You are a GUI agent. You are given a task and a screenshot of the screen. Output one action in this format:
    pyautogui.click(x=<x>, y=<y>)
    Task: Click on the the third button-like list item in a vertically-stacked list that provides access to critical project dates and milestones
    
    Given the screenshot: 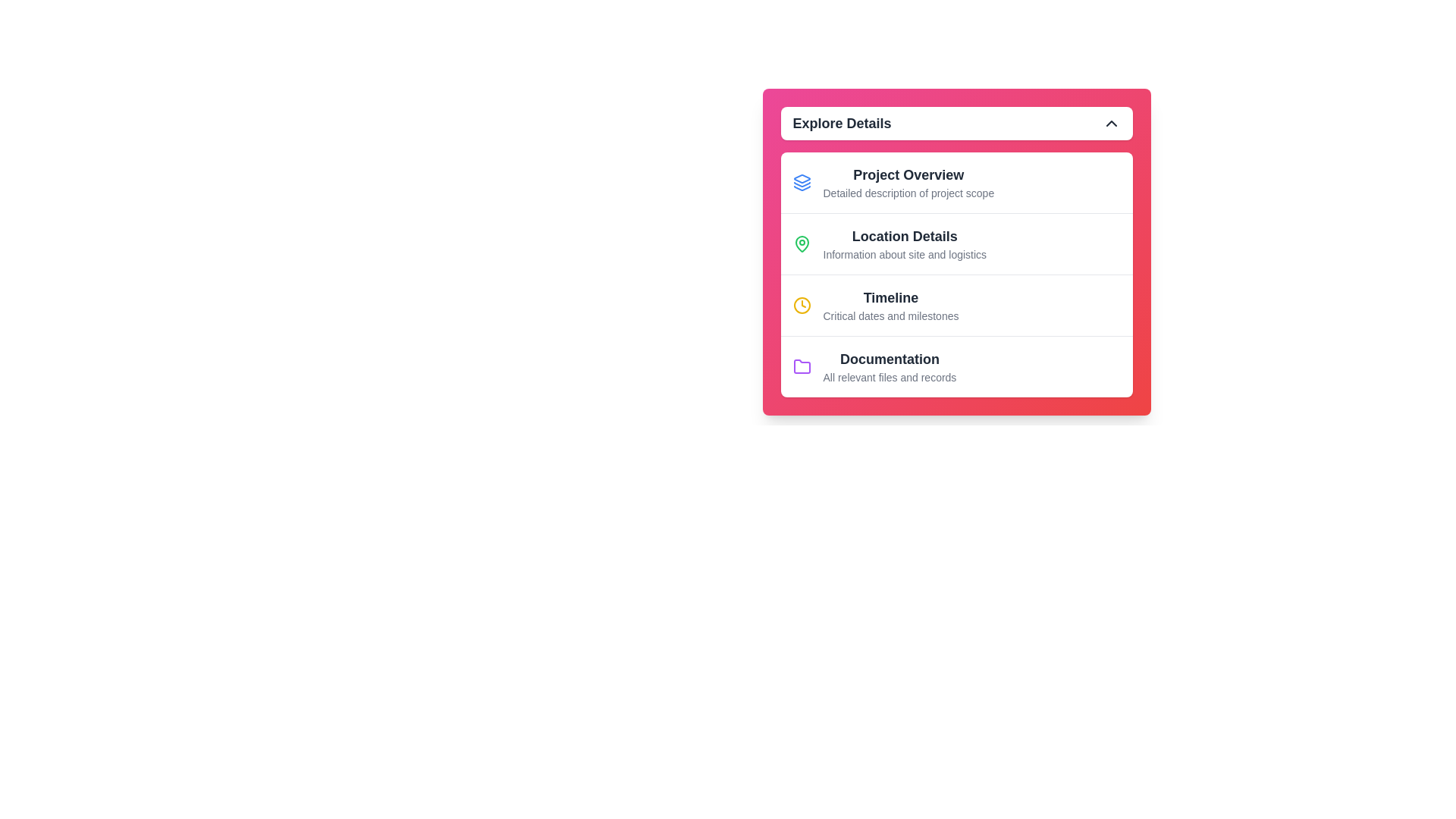 What is the action you would take?
    pyautogui.click(x=955, y=305)
    